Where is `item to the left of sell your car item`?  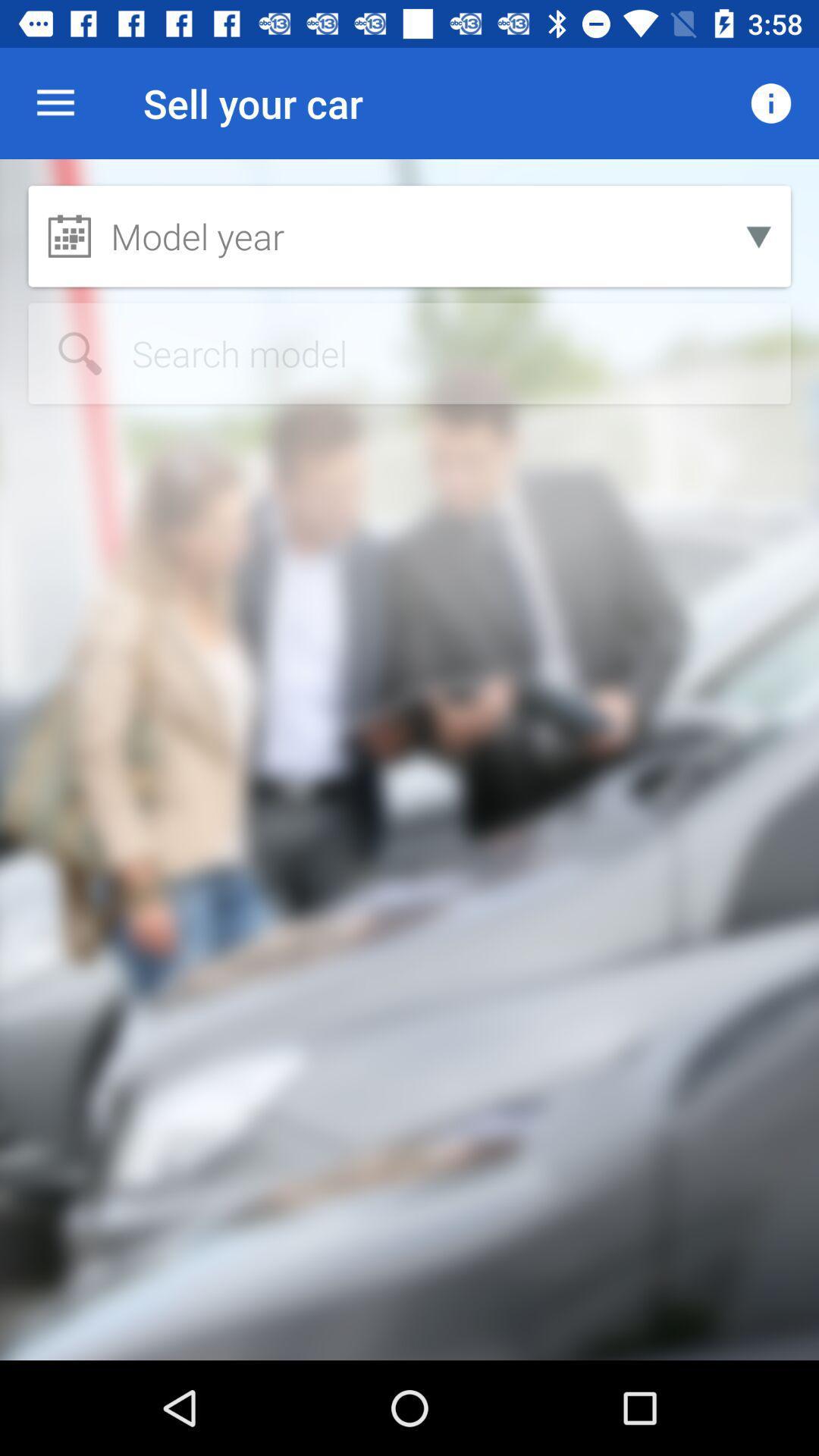
item to the left of sell your car item is located at coordinates (55, 102).